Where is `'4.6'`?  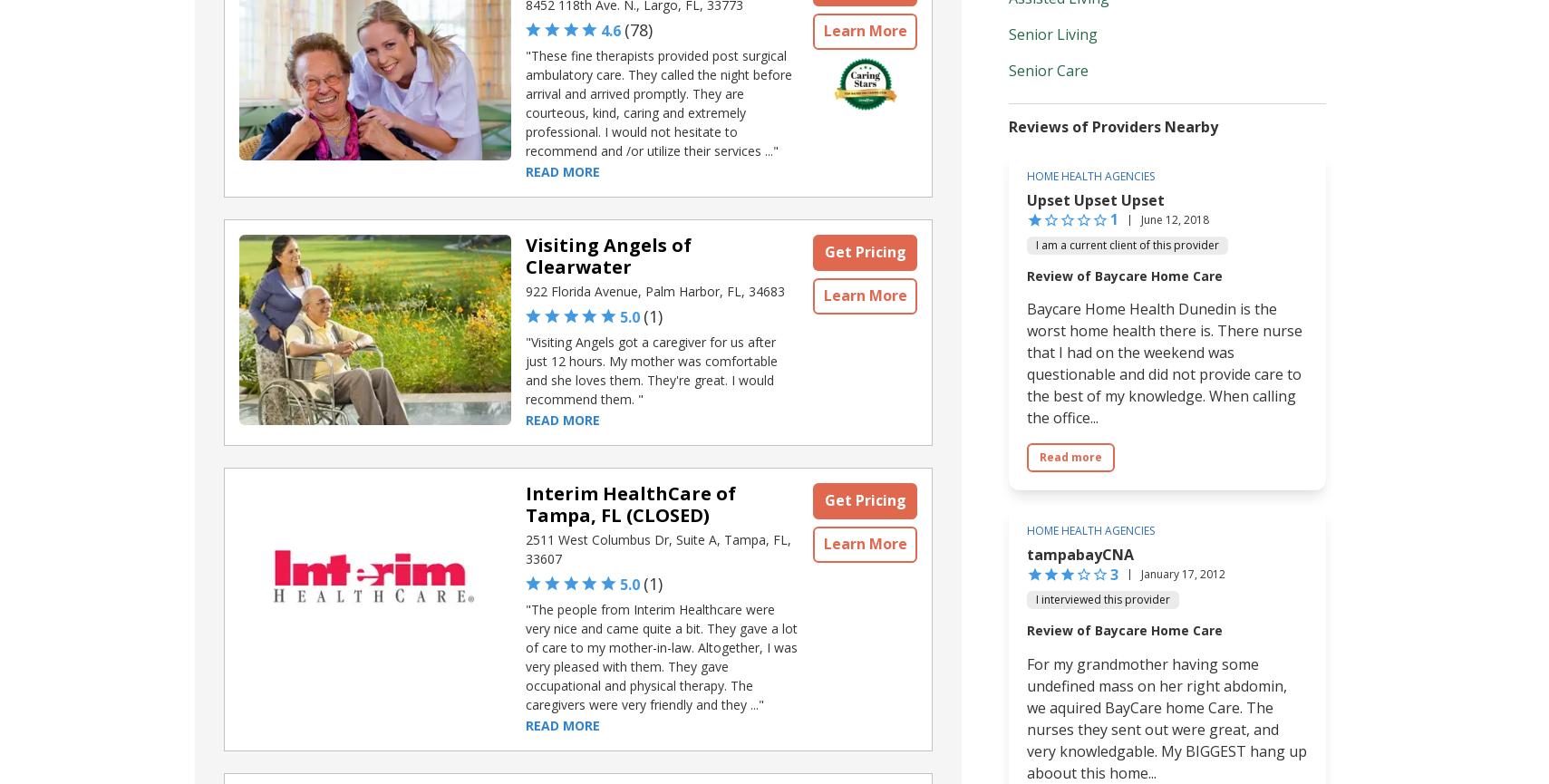 '4.6' is located at coordinates (609, 30).